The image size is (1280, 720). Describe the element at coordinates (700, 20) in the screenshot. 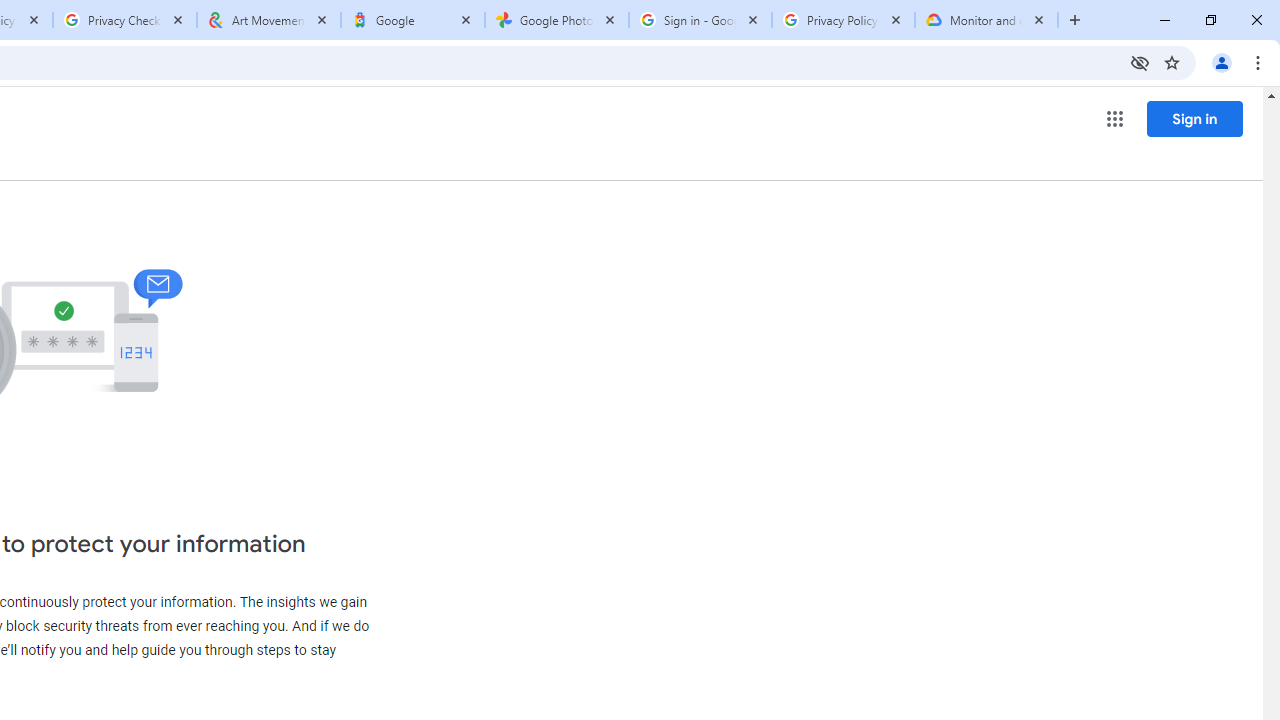

I see `'Sign in - Google Accounts'` at that location.